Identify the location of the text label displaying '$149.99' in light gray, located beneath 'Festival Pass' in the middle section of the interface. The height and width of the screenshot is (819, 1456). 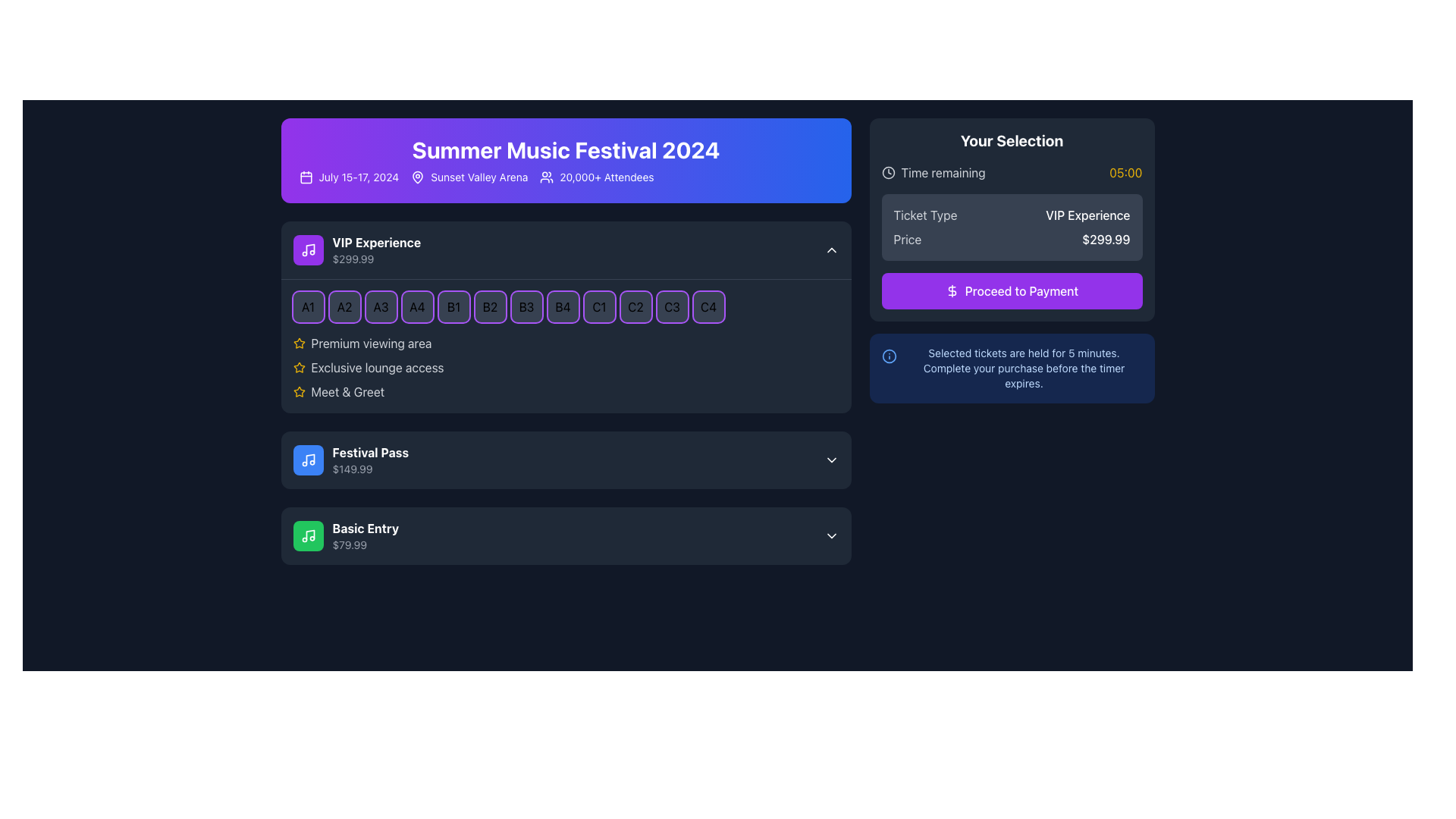
(370, 468).